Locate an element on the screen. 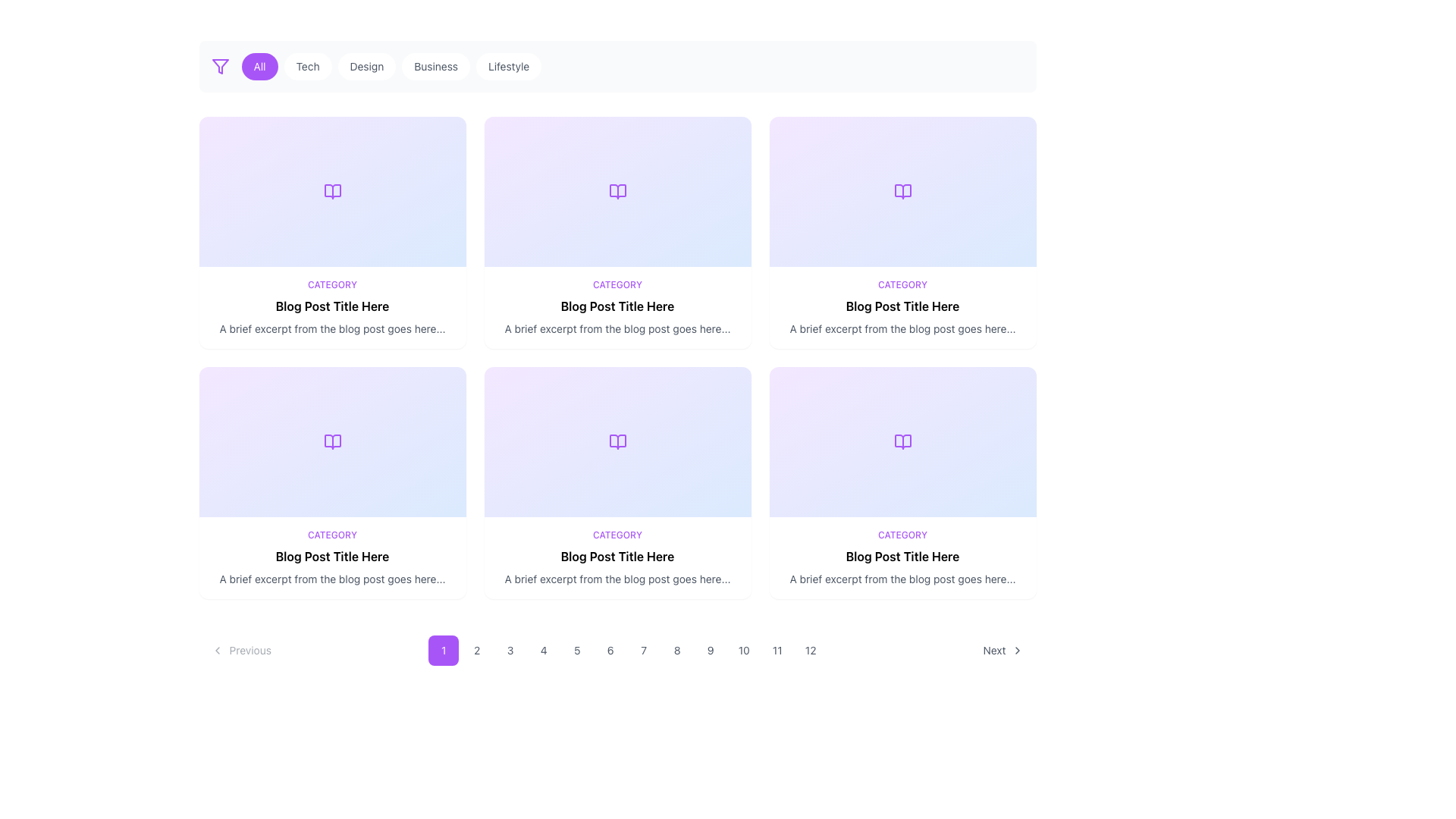 This screenshot has height=819, width=1456. the rightward-pointing chevron icon located at the bottom-right corner of the 'Next' button to trigger a tooltip or visual effect is located at coordinates (1018, 649).